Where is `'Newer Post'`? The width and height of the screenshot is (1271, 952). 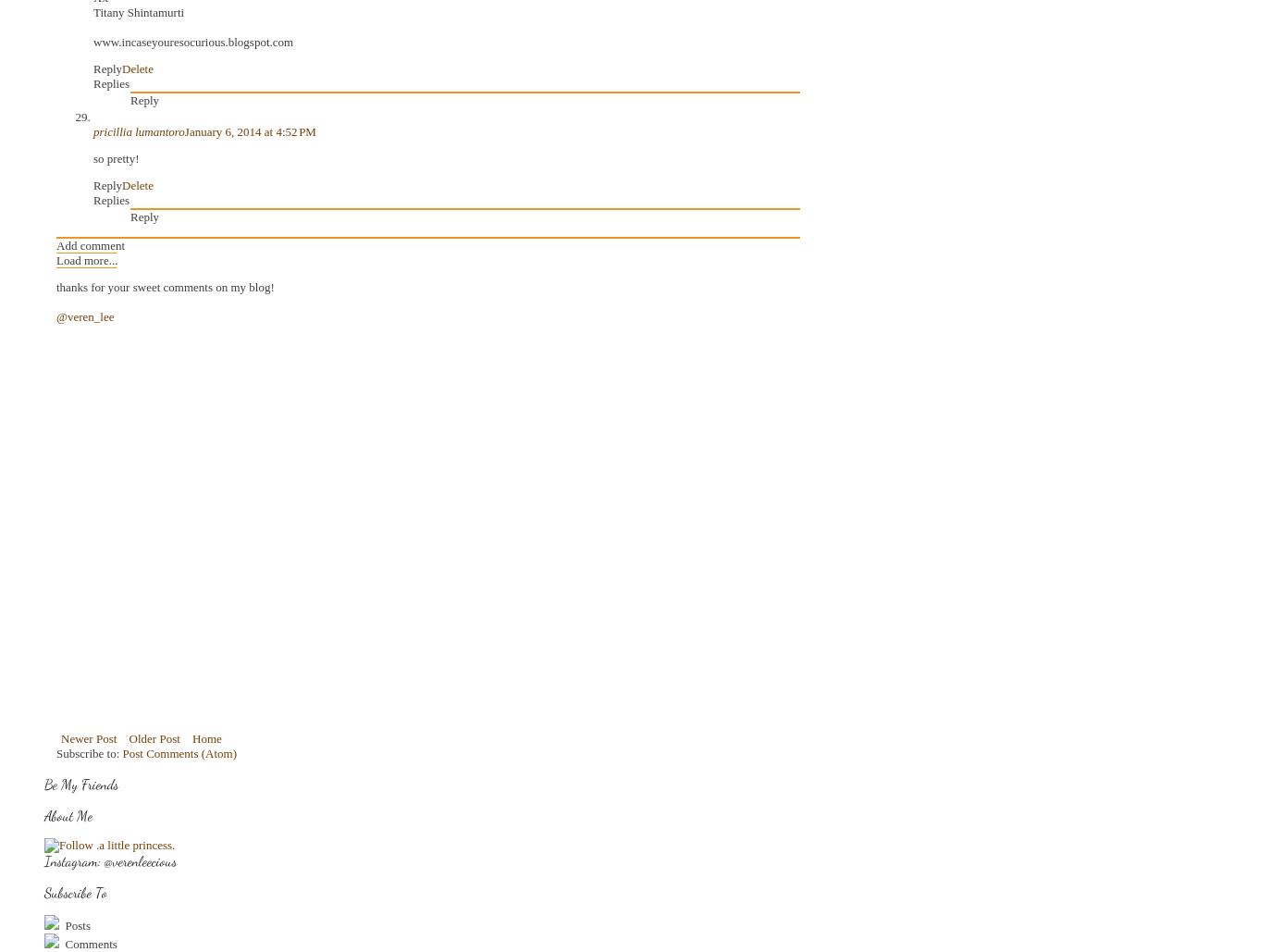 'Newer Post' is located at coordinates (88, 738).